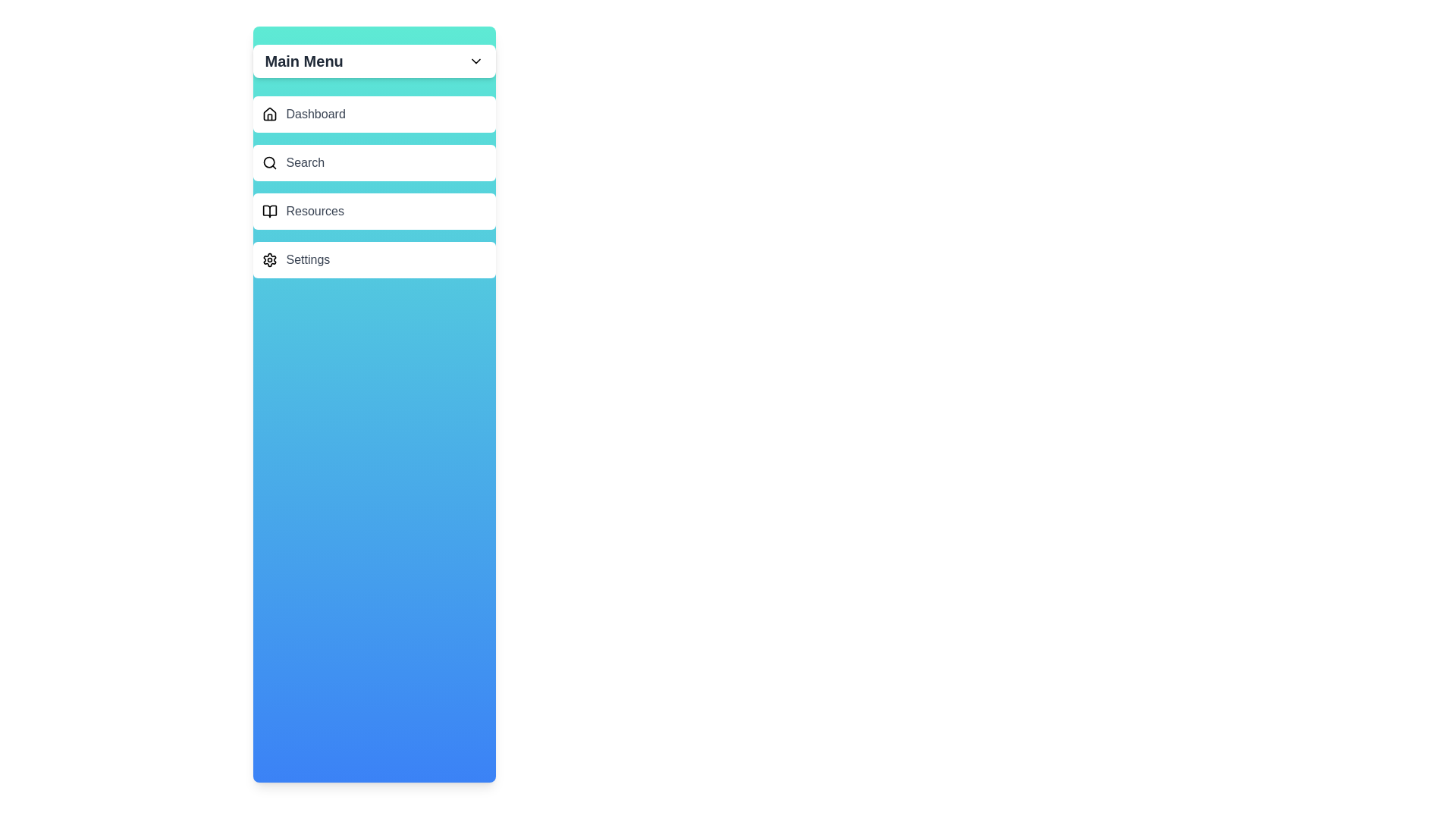 The height and width of the screenshot is (819, 1456). I want to click on the toggle button to toggle the menu visibility, so click(475, 61).